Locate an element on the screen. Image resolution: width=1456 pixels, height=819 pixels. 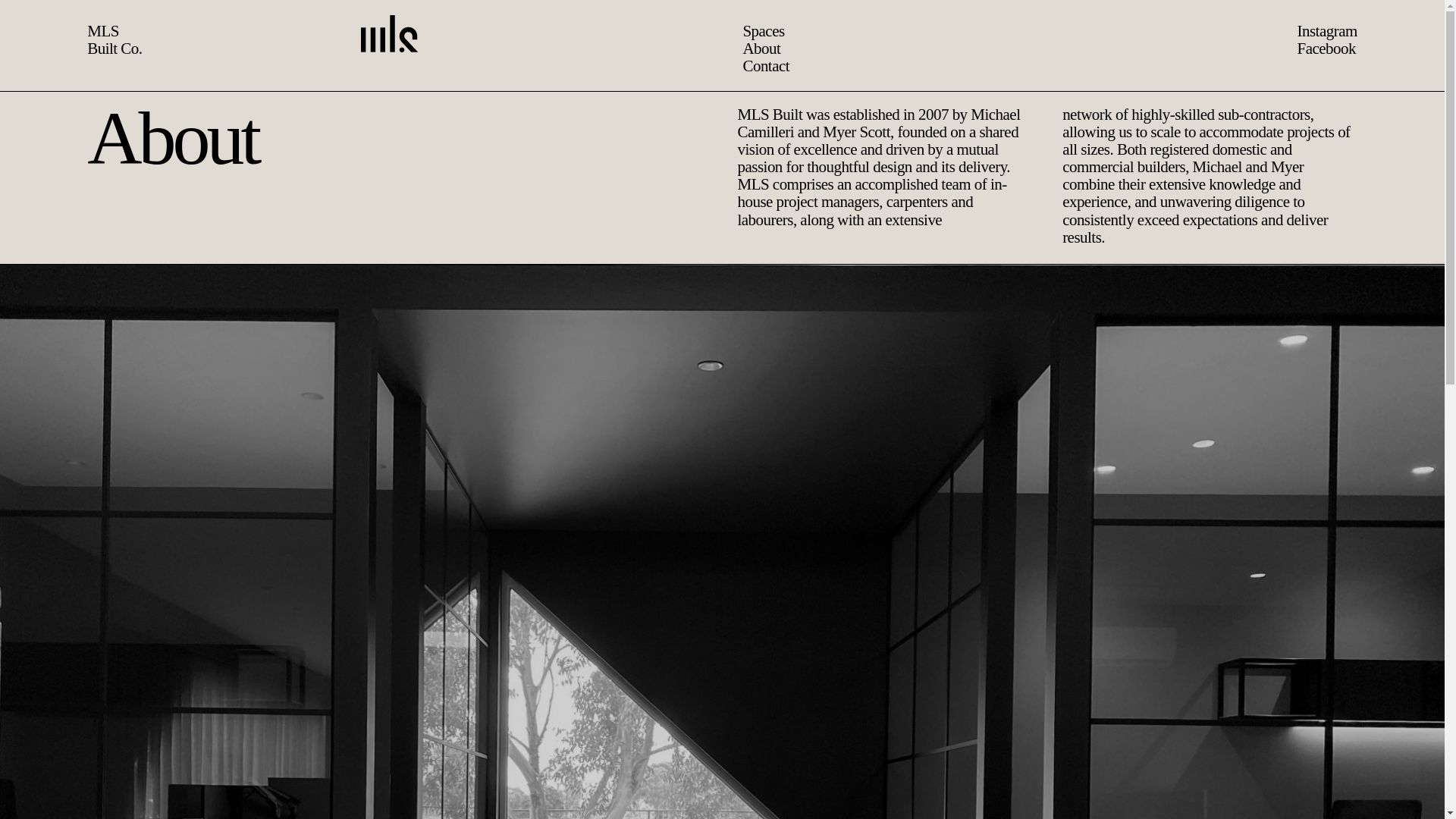
'Spaces' is located at coordinates (719, 31).